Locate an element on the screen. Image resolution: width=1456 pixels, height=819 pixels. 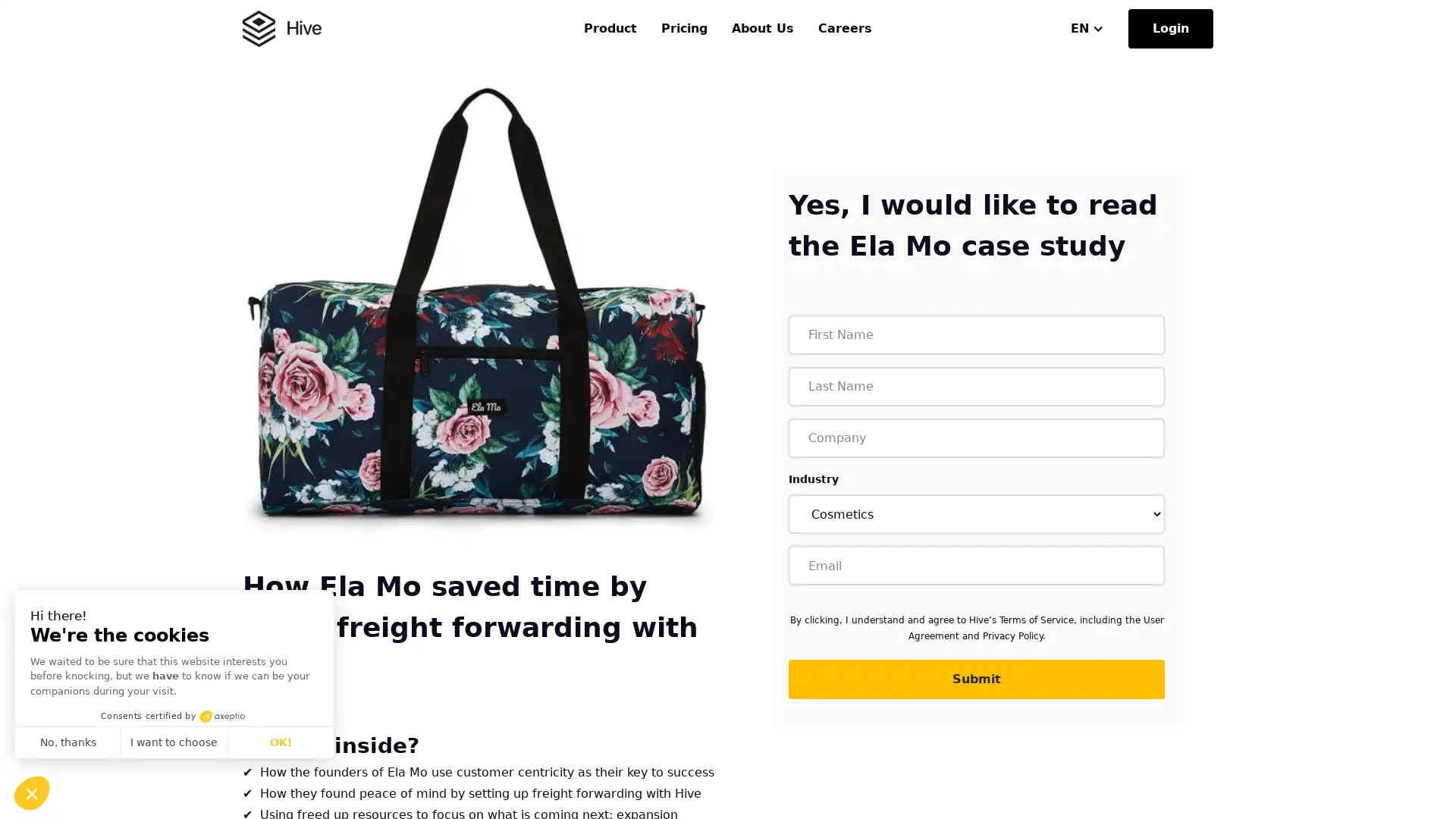
I want to choose is located at coordinates (174, 742).